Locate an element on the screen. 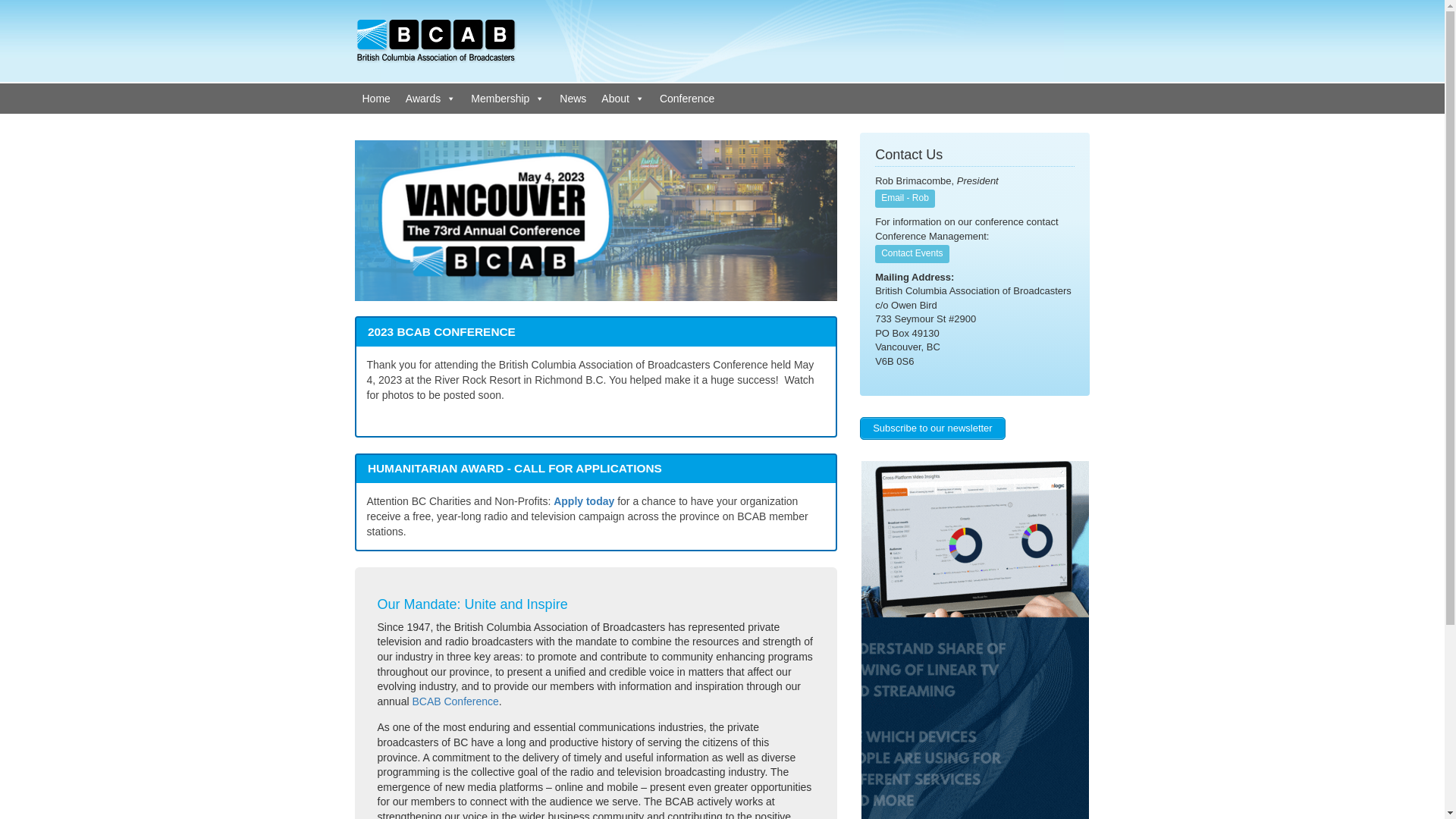 The height and width of the screenshot is (819, 1456). 'Awards' is located at coordinates (397, 99).